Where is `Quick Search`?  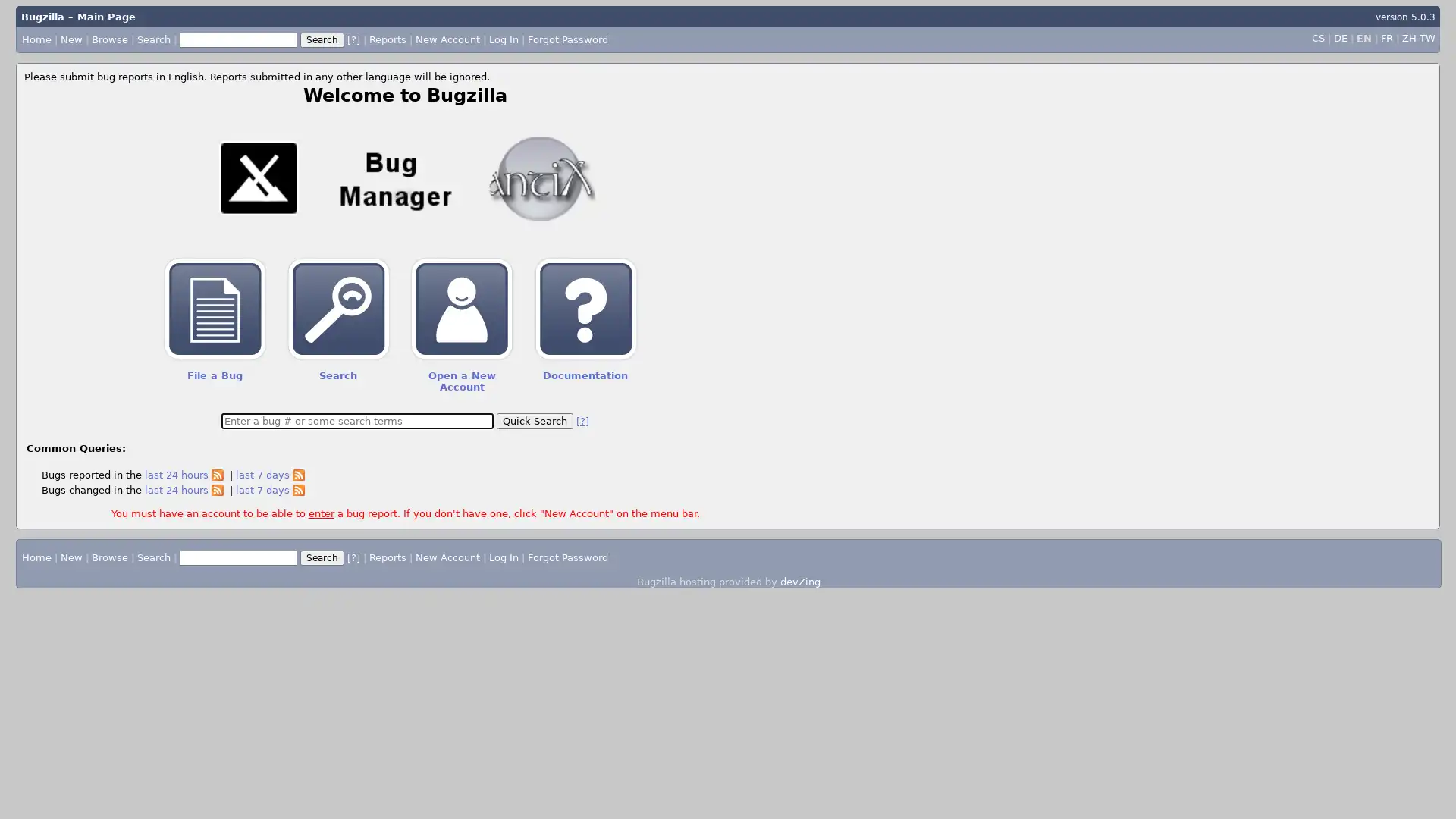
Quick Search is located at coordinates (535, 421).